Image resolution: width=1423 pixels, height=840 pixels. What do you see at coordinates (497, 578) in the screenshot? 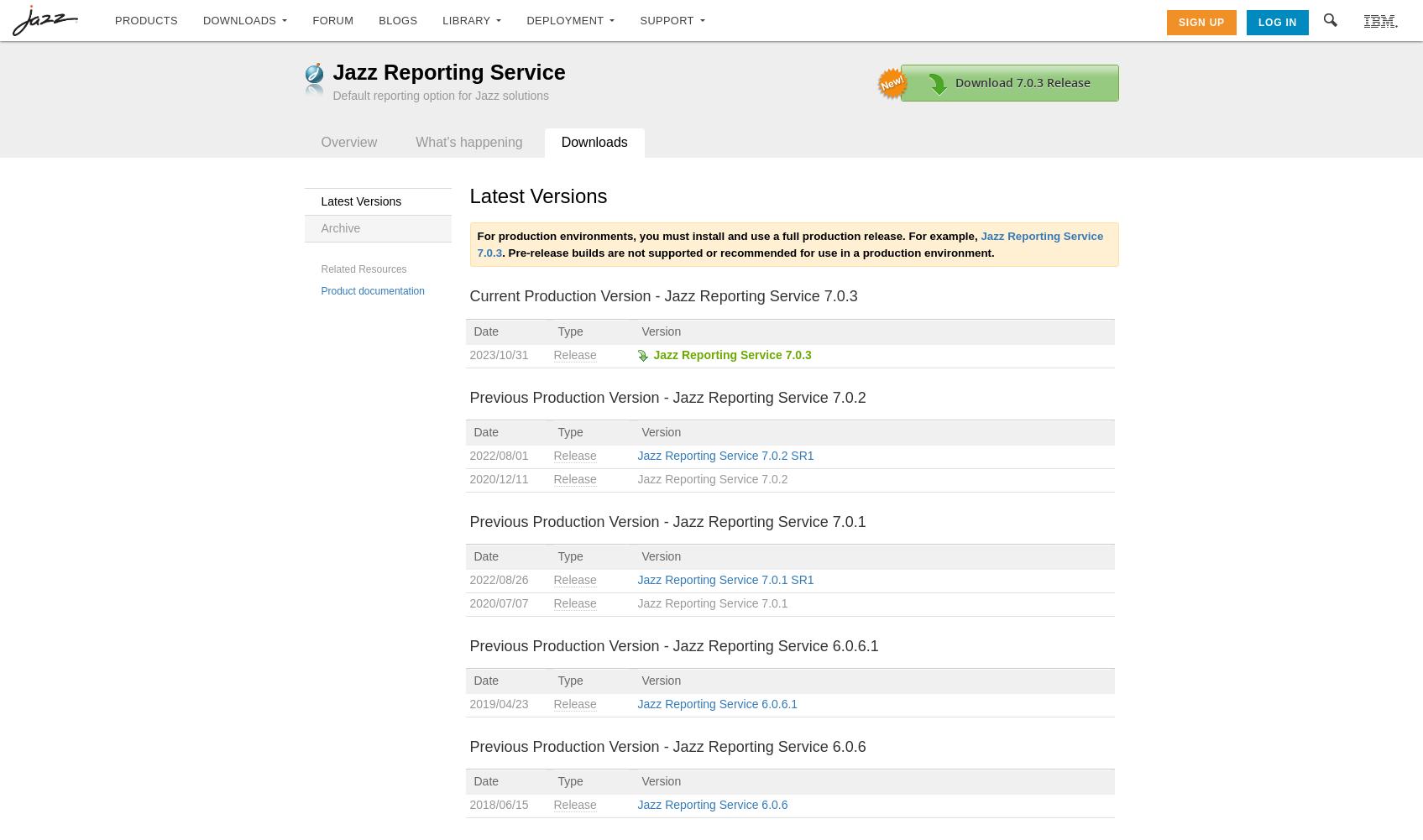
I see `'2022/08/26'` at bounding box center [497, 578].